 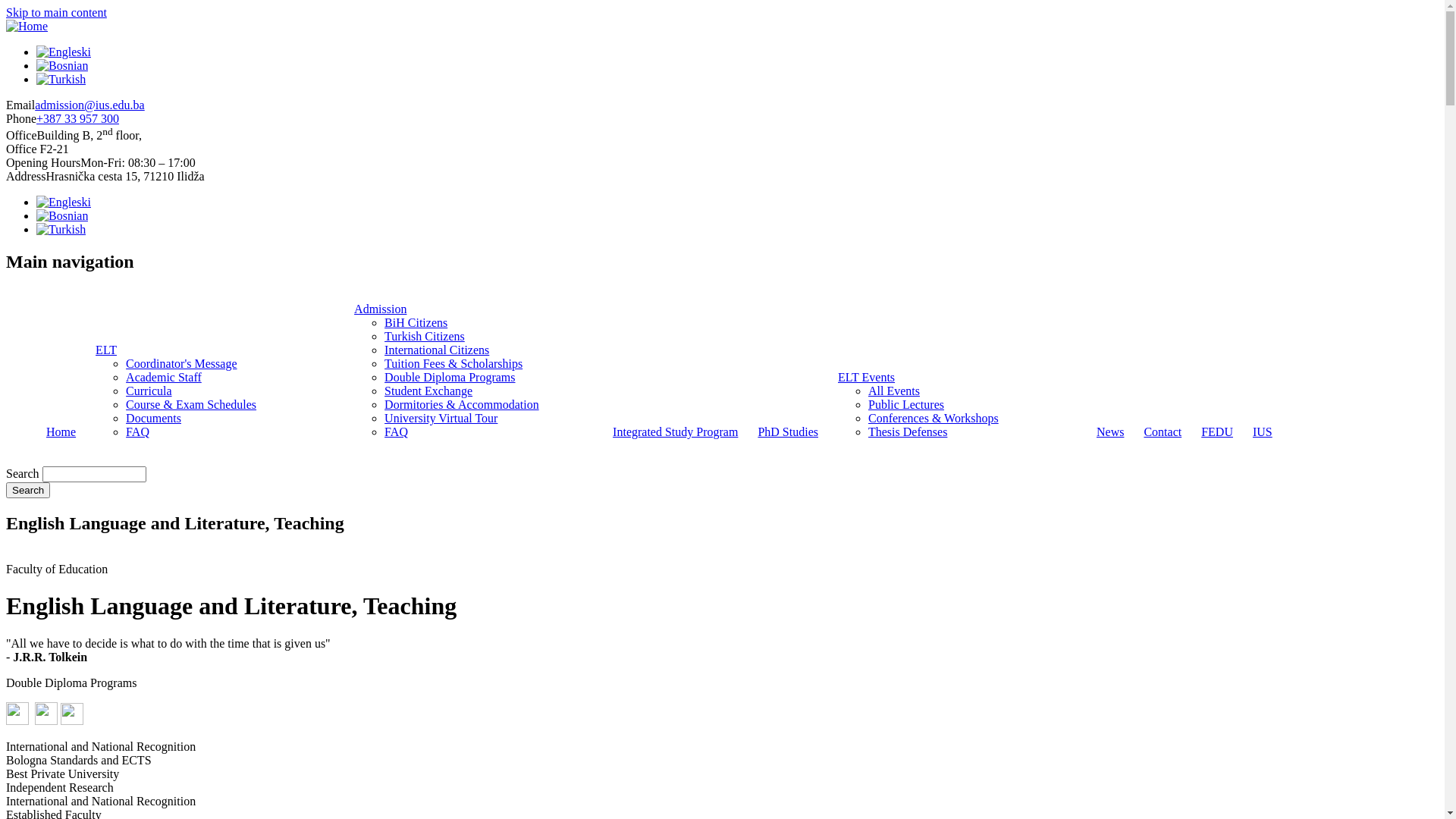 I want to click on 'Skip to main content', so click(x=56, y=12).